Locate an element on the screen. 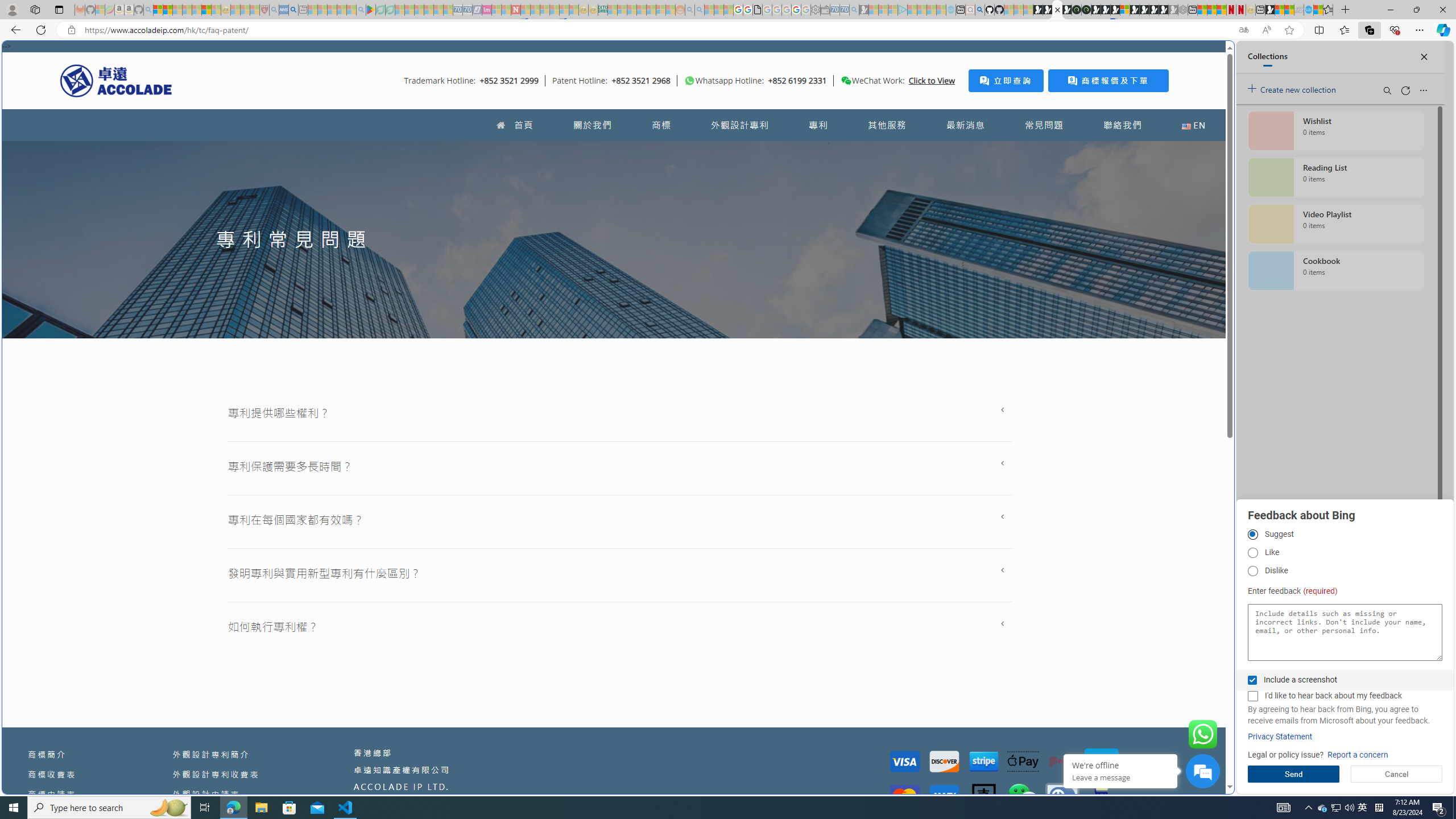 This screenshot has height=819, width=1456. 'Close split screen' is located at coordinates (1207, 57).